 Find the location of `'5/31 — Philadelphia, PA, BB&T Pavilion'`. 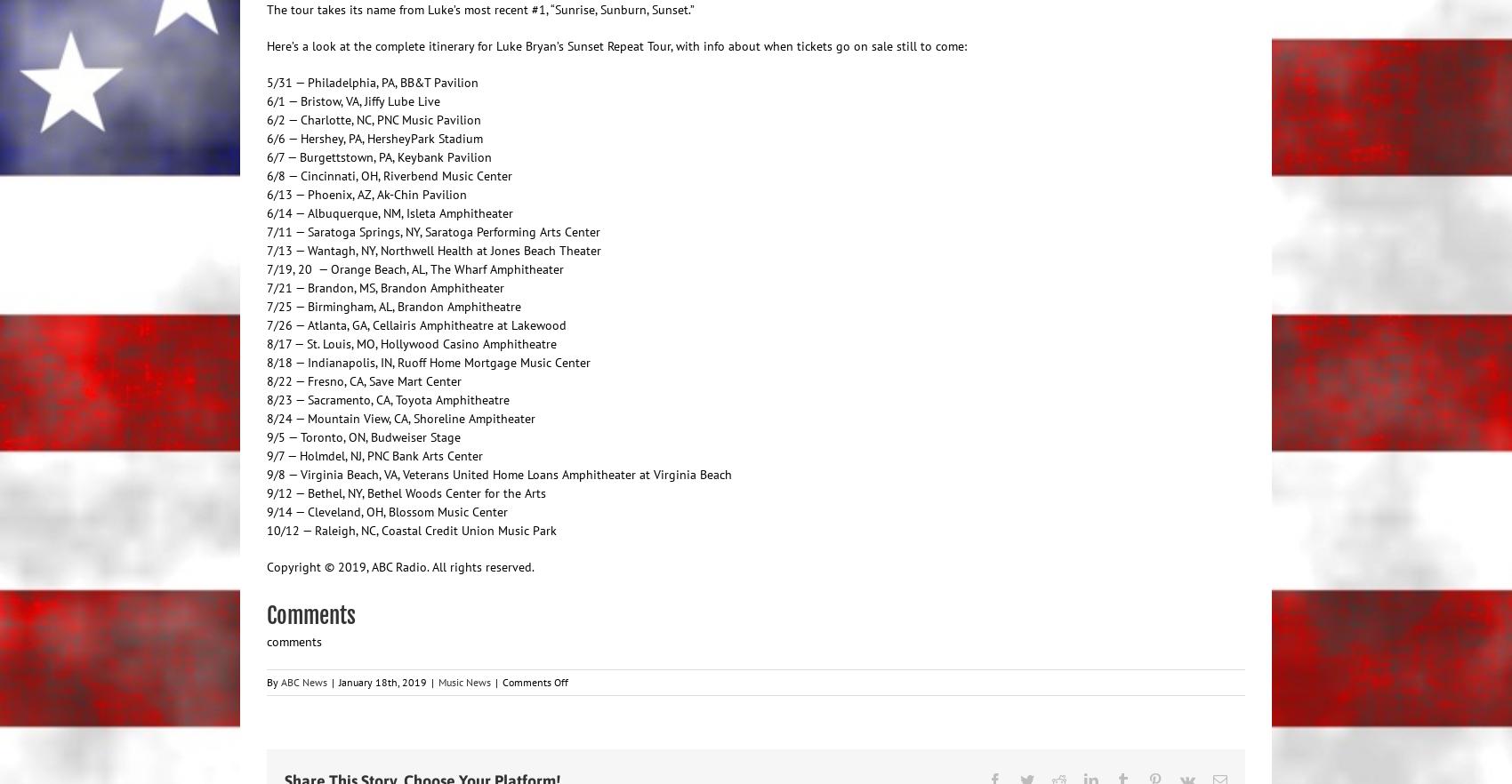

'5/31 — Philadelphia, PA, BB&T Pavilion' is located at coordinates (372, 82).